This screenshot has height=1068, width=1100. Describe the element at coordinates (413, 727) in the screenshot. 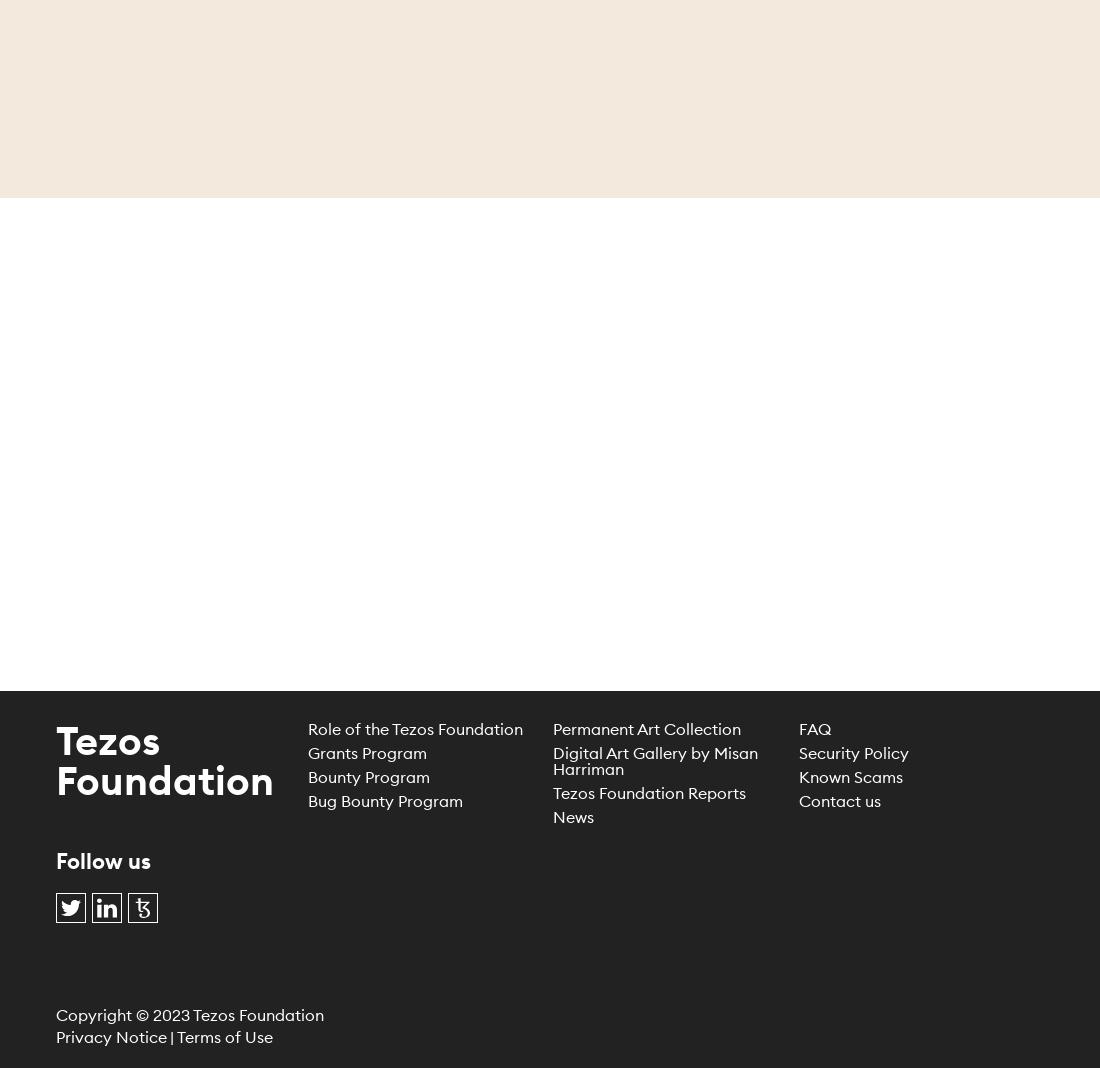

I see `'Role of the Tezos Foundation'` at that location.